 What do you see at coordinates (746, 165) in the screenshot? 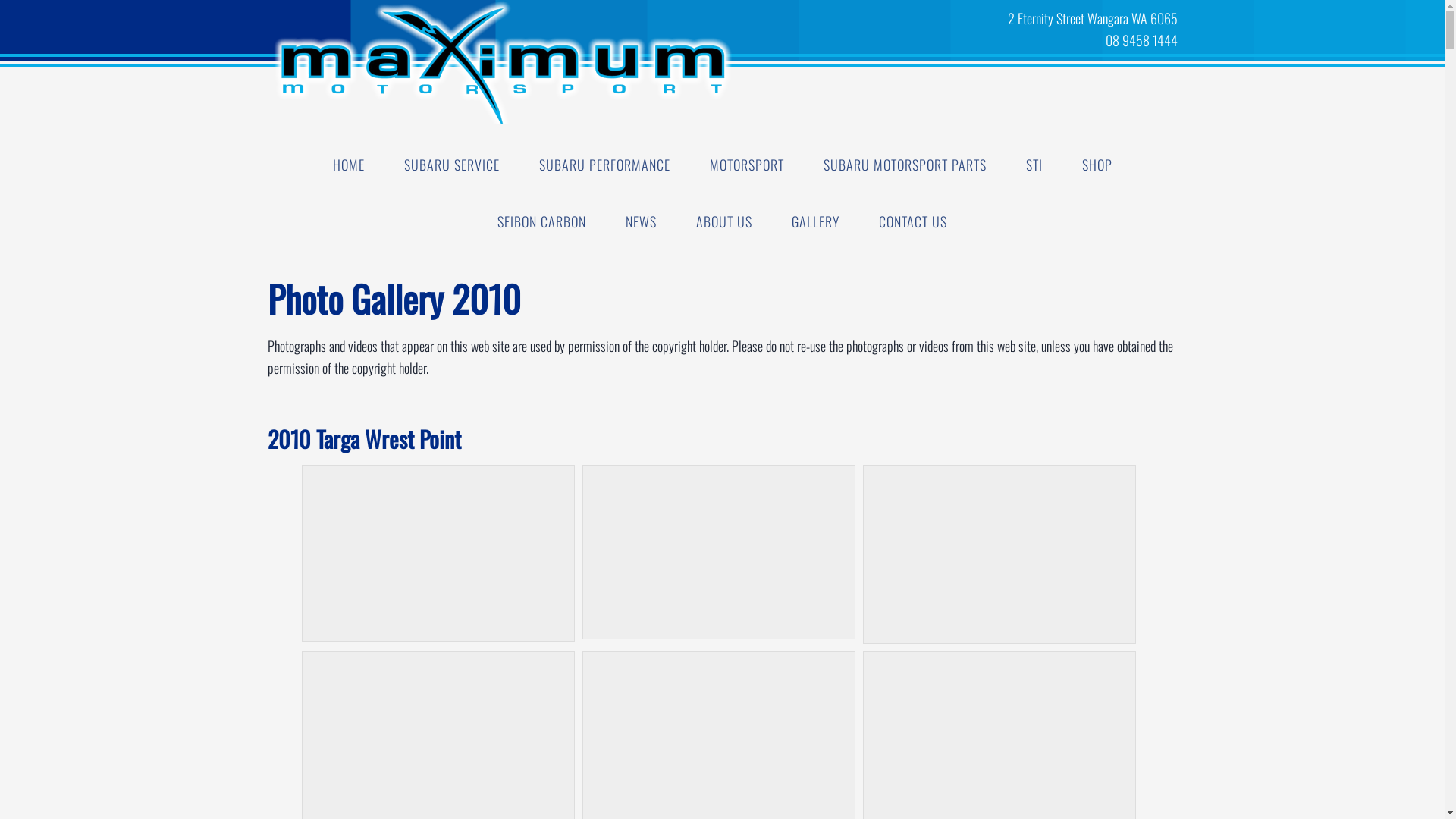
I see `'MOTORSPORT'` at bounding box center [746, 165].